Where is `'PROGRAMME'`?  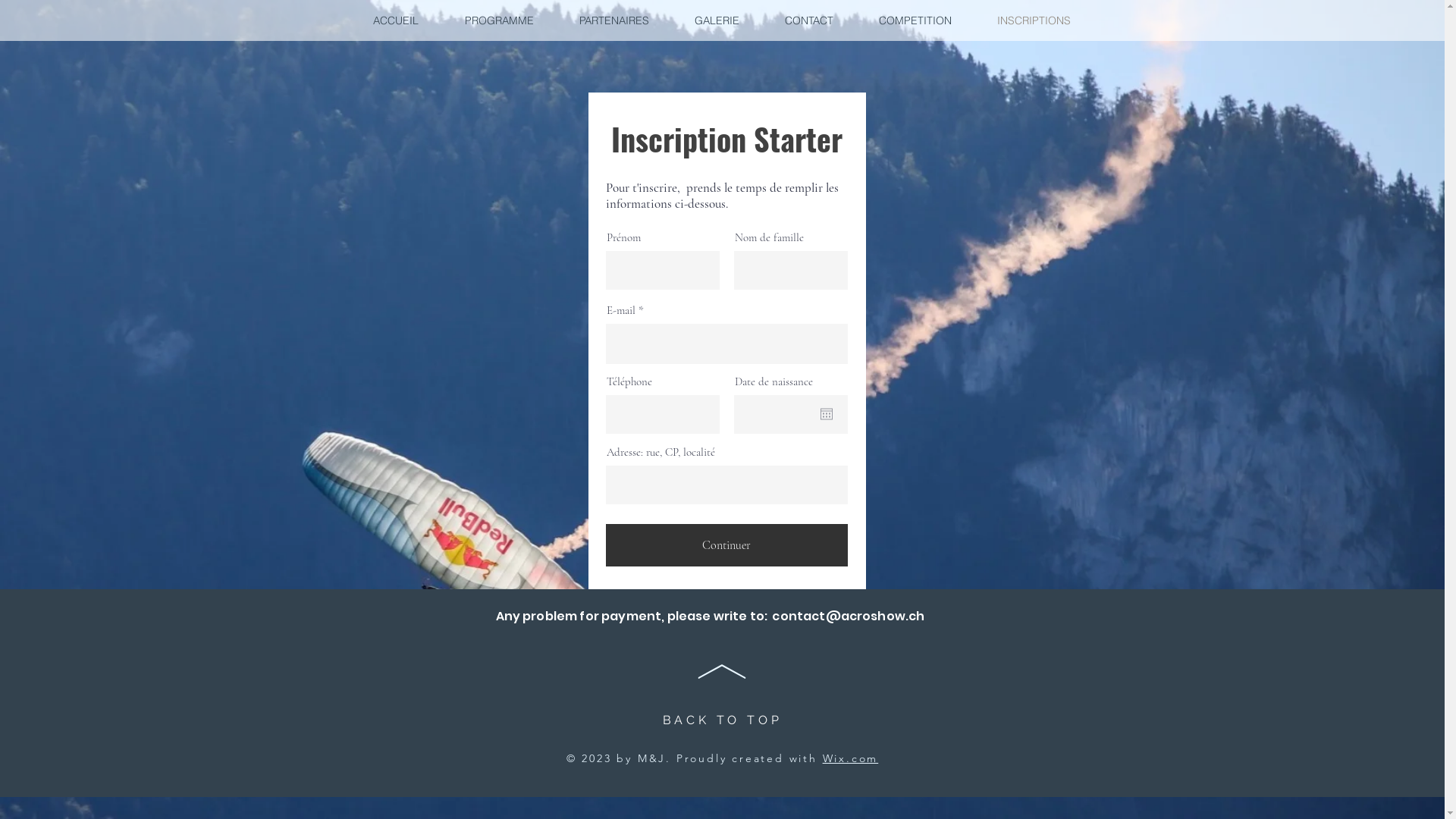
'PROGRAMME' is located at coordinates (498, 20).